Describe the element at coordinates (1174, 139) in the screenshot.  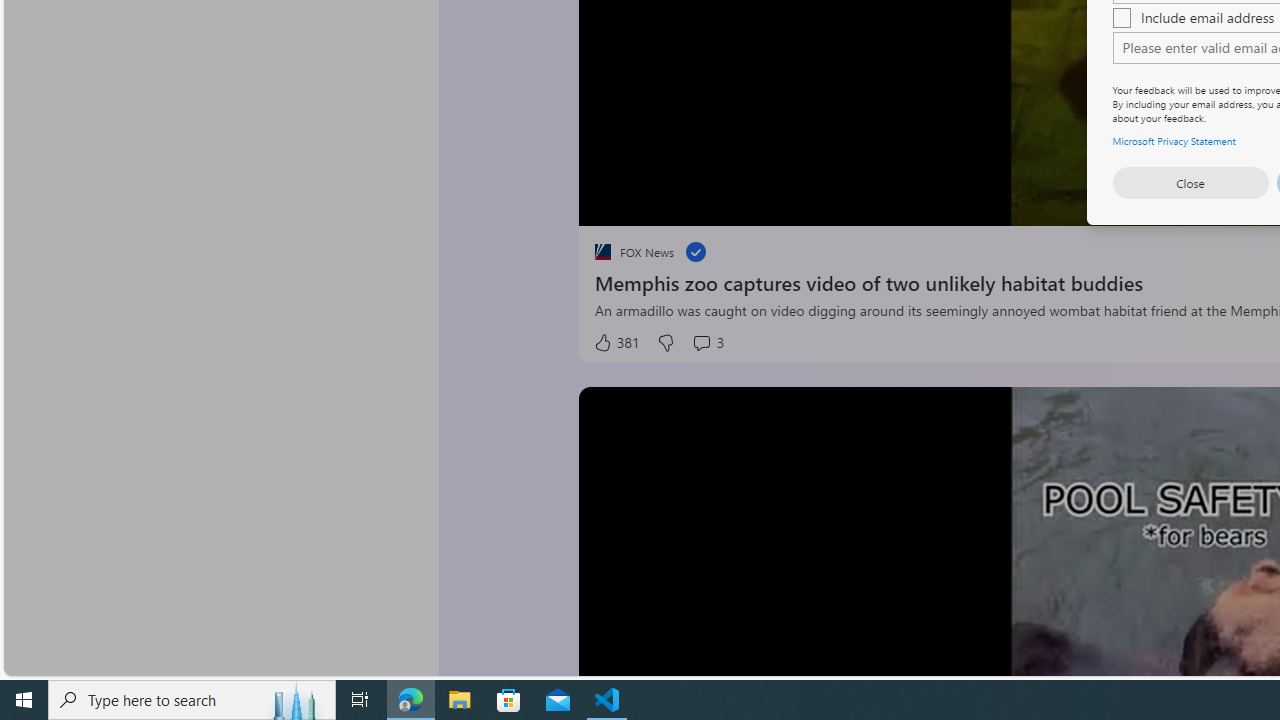
I see `'Microsoft Privacy Statement'` at that location.